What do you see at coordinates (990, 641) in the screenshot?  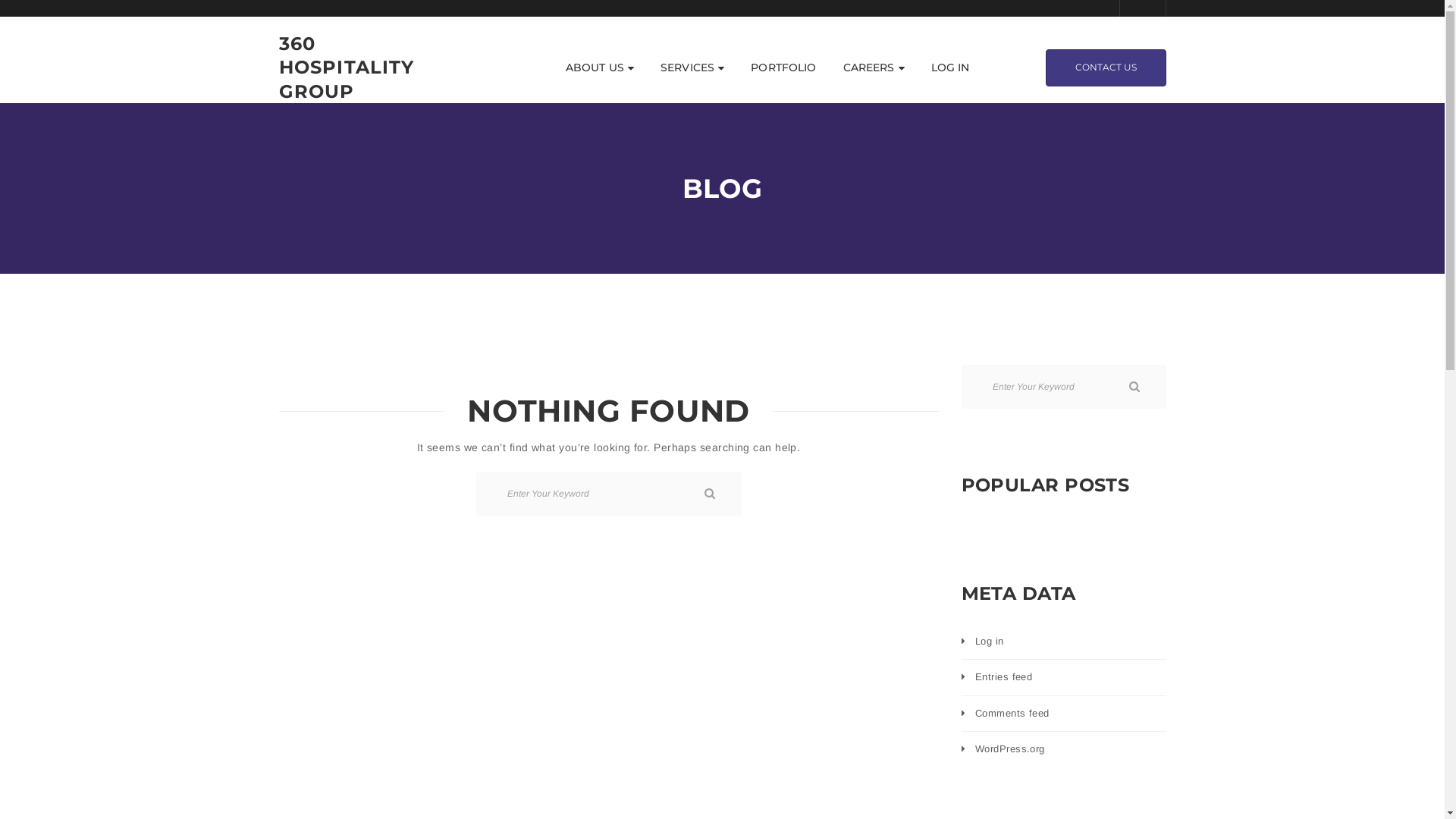 I see `'Log in'` at bounding box center [990, 641].